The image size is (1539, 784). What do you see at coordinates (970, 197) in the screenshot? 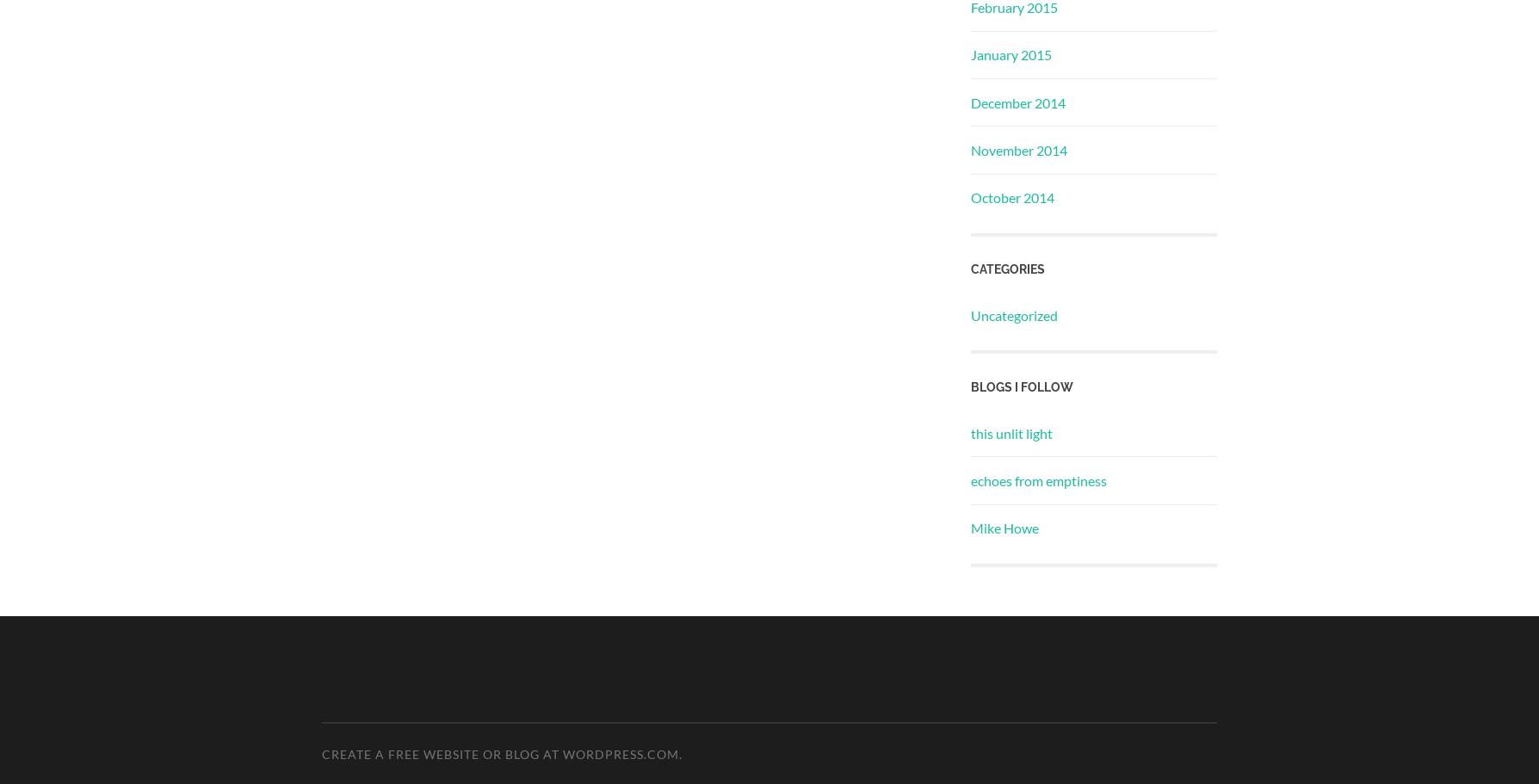
I see `'October 2014'` at bounding box center [970, 197].